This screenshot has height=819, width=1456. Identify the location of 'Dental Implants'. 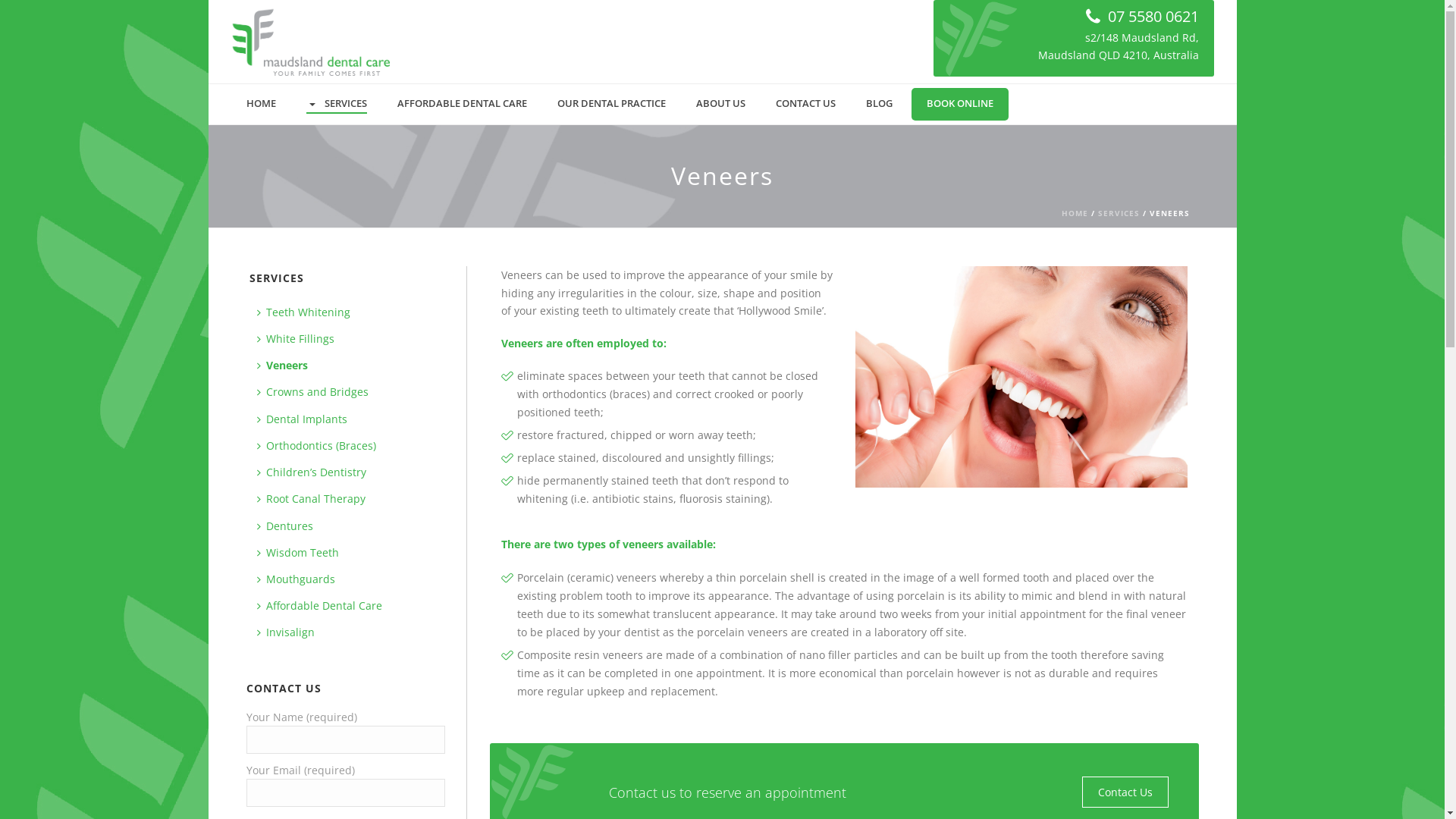
(301, 419).